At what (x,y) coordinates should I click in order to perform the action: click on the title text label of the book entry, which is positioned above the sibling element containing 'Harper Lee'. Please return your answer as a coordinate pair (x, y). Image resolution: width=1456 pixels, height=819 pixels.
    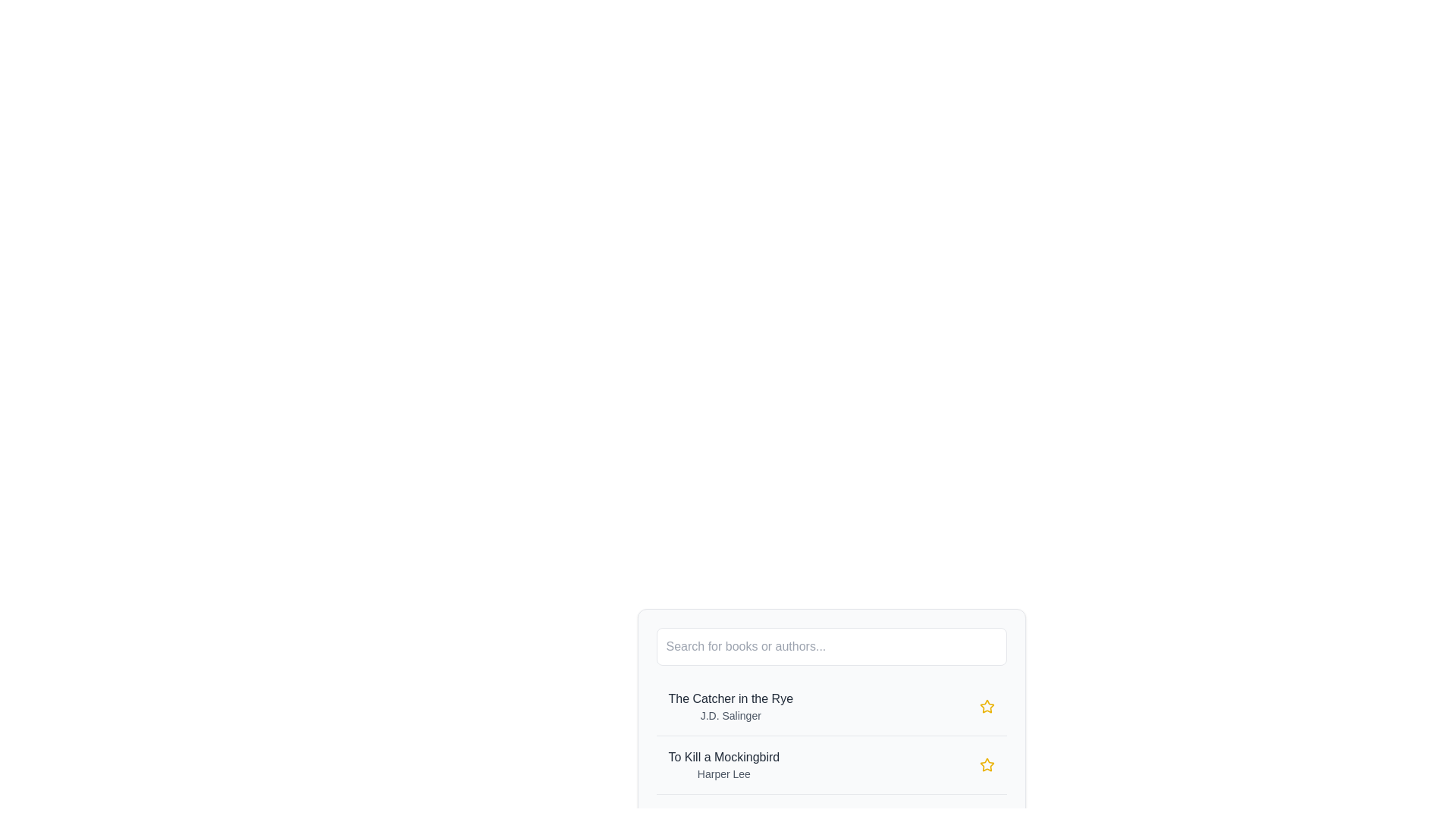
    Looking at the image, I should click on (723, 758).